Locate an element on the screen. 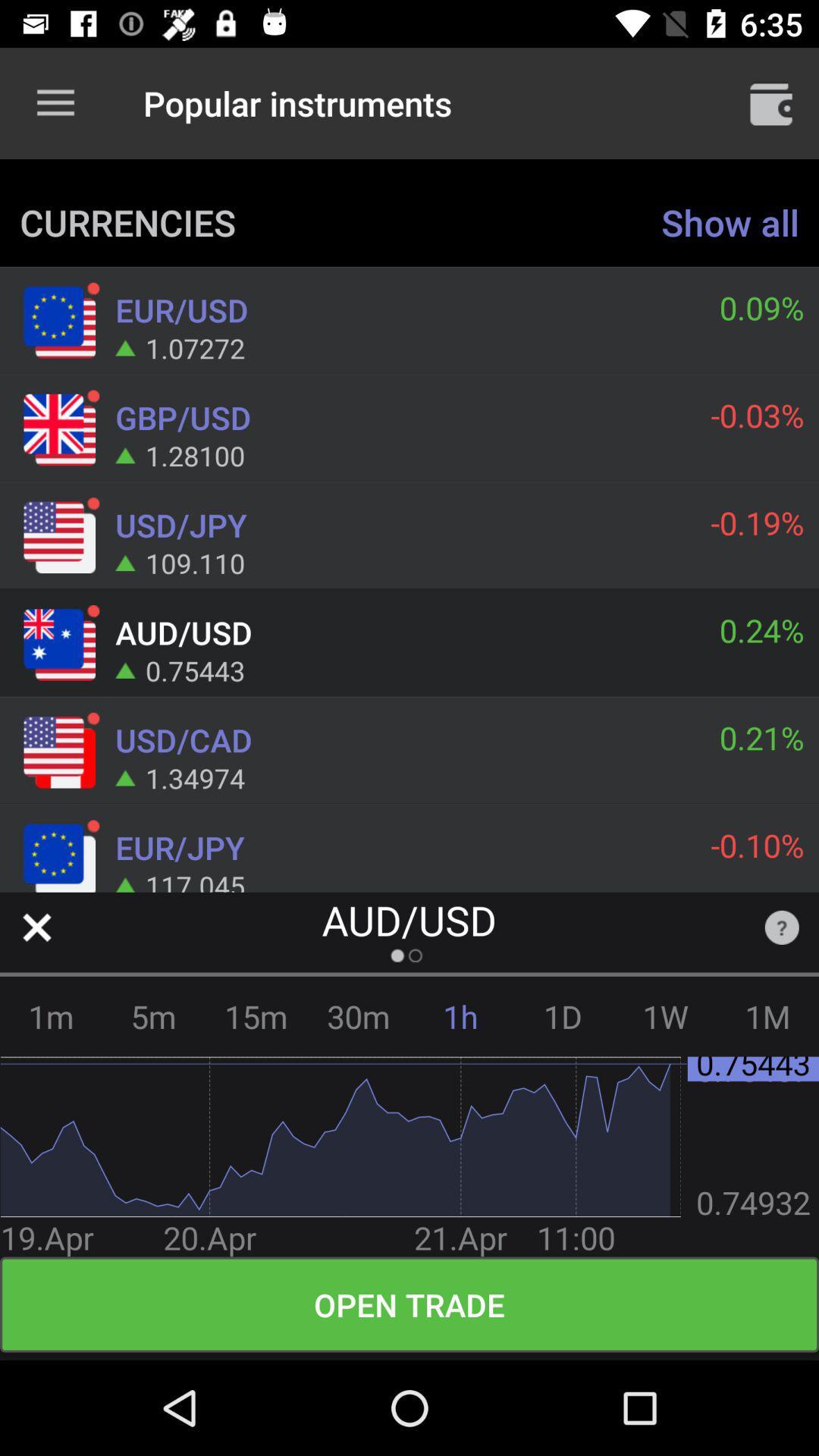 The image size is (819, 1456). the item to the right of 30m is located at coordinates (460, 1016).